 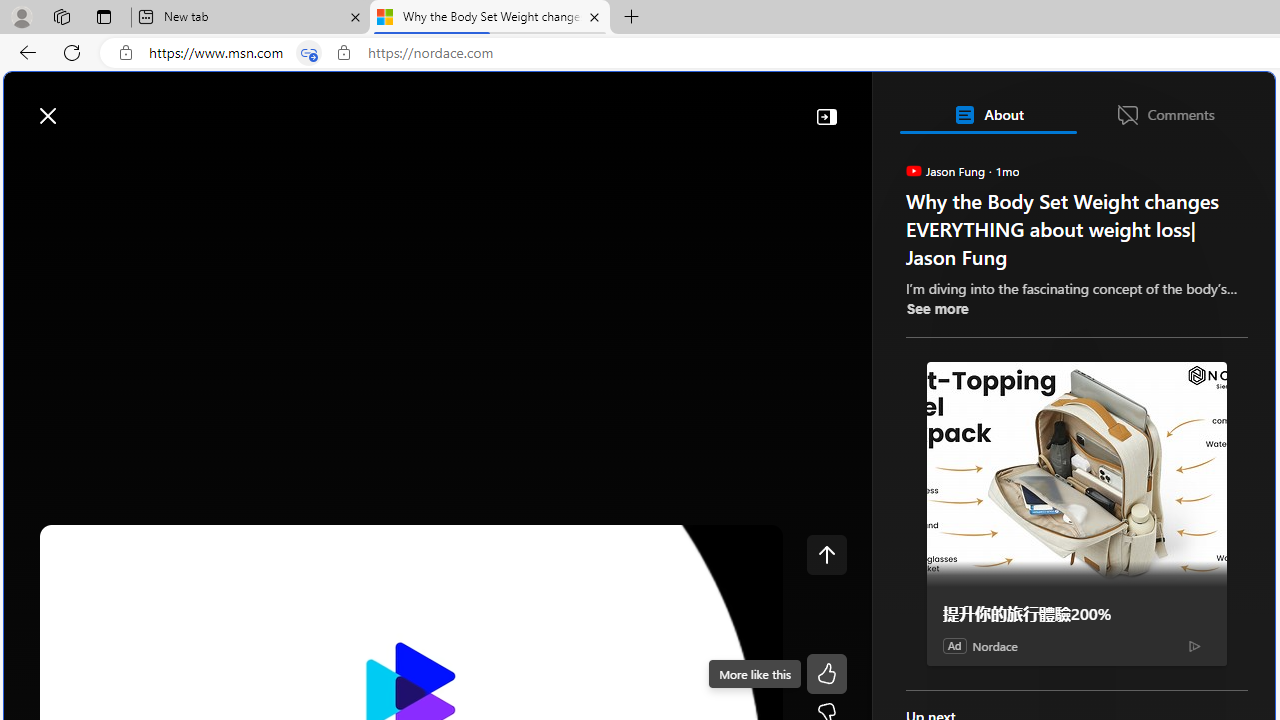 I want to click on 'Collapse', so click(x=826, y=115).